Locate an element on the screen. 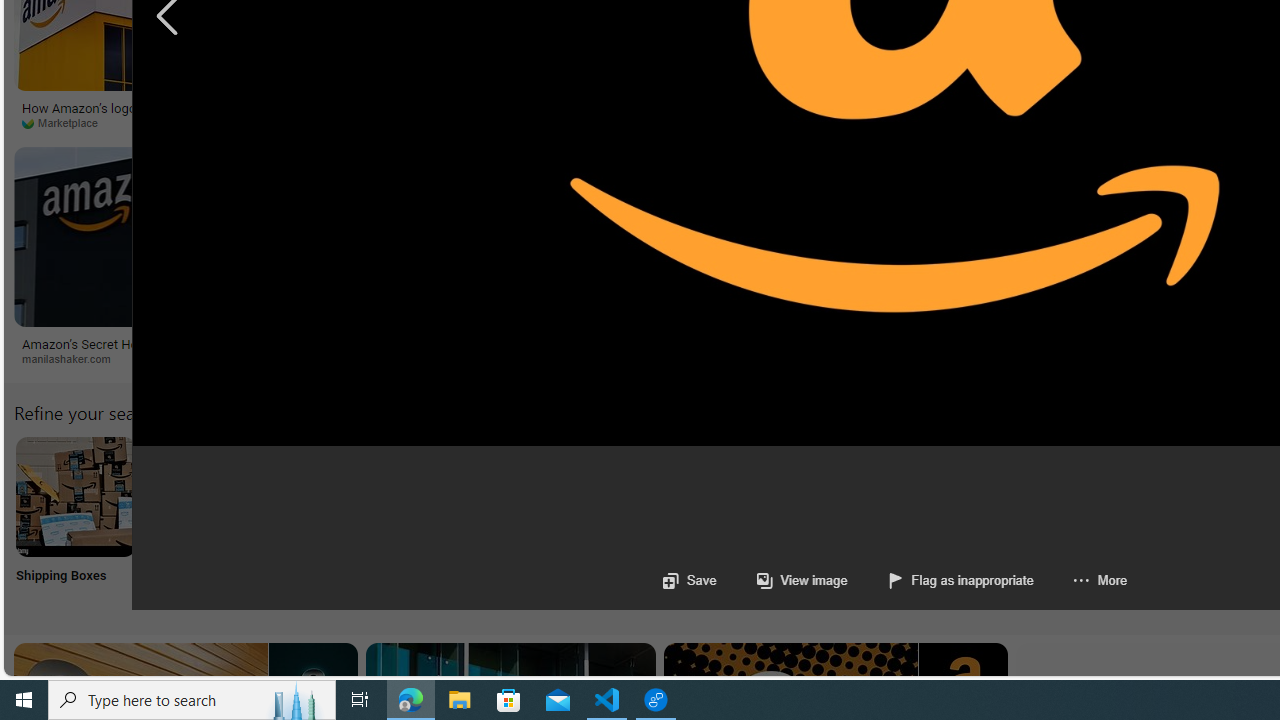  'Save' is located at coordinates (689, 580).